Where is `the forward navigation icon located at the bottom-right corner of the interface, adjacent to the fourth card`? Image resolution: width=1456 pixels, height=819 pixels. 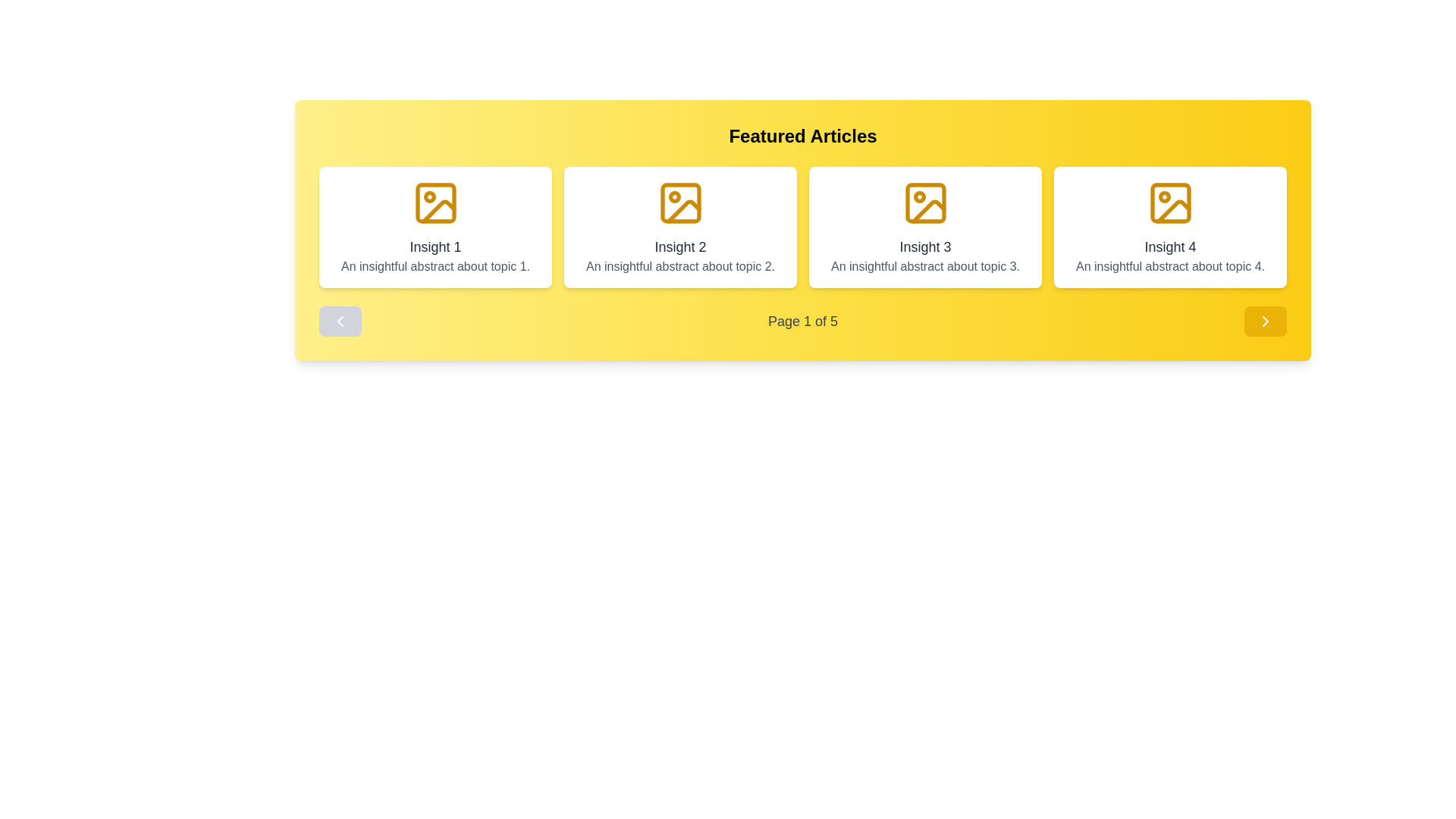
the forward navigation icon located at the bottom-right corner of the interface, adjacent to the fourth card is located at coordinates (1266, 321).